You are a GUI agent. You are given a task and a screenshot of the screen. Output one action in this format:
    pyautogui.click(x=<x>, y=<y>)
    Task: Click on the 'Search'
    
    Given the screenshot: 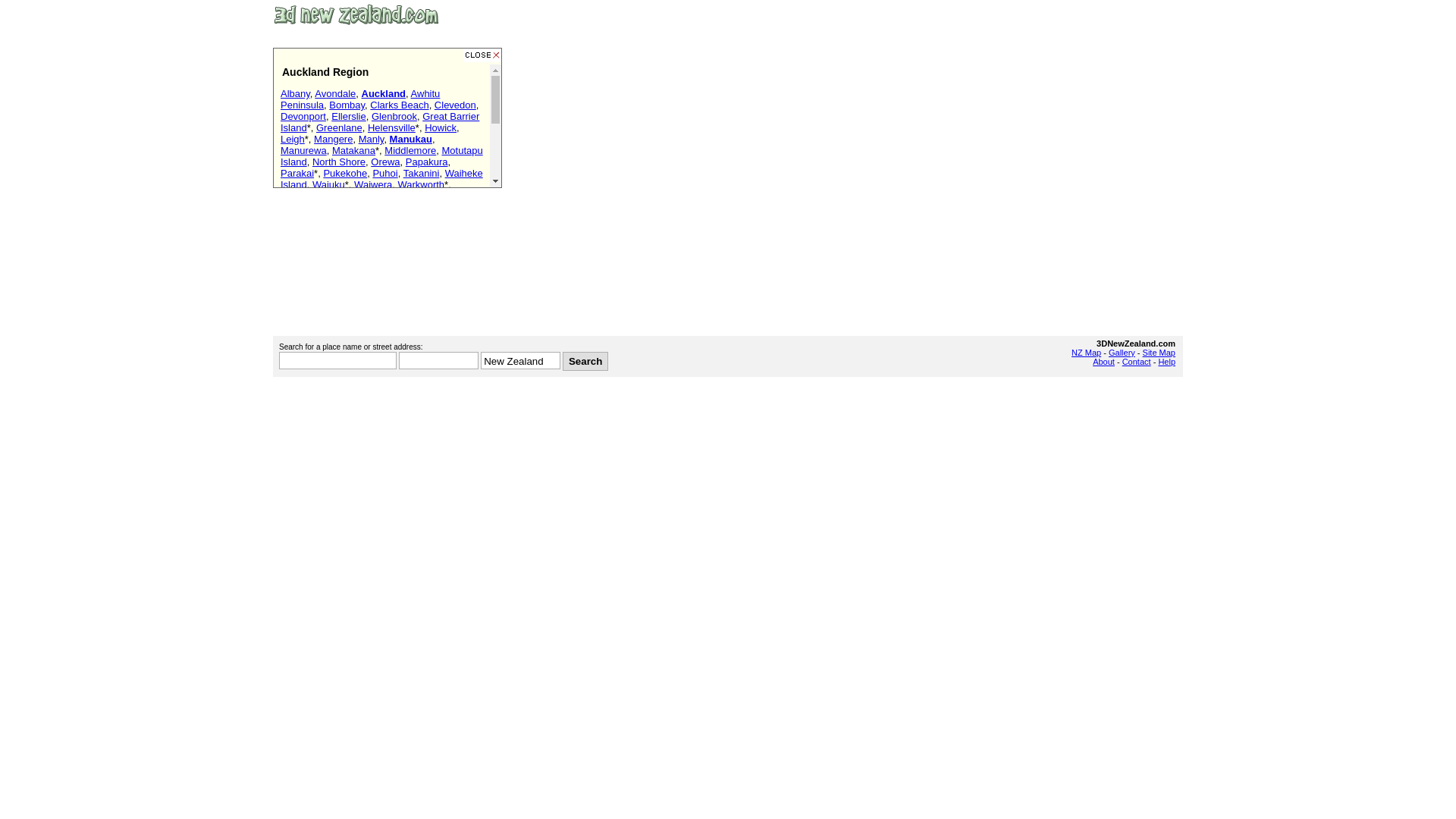 What is the action you would take?
    pyautogui.click(x=585, y=361)
    